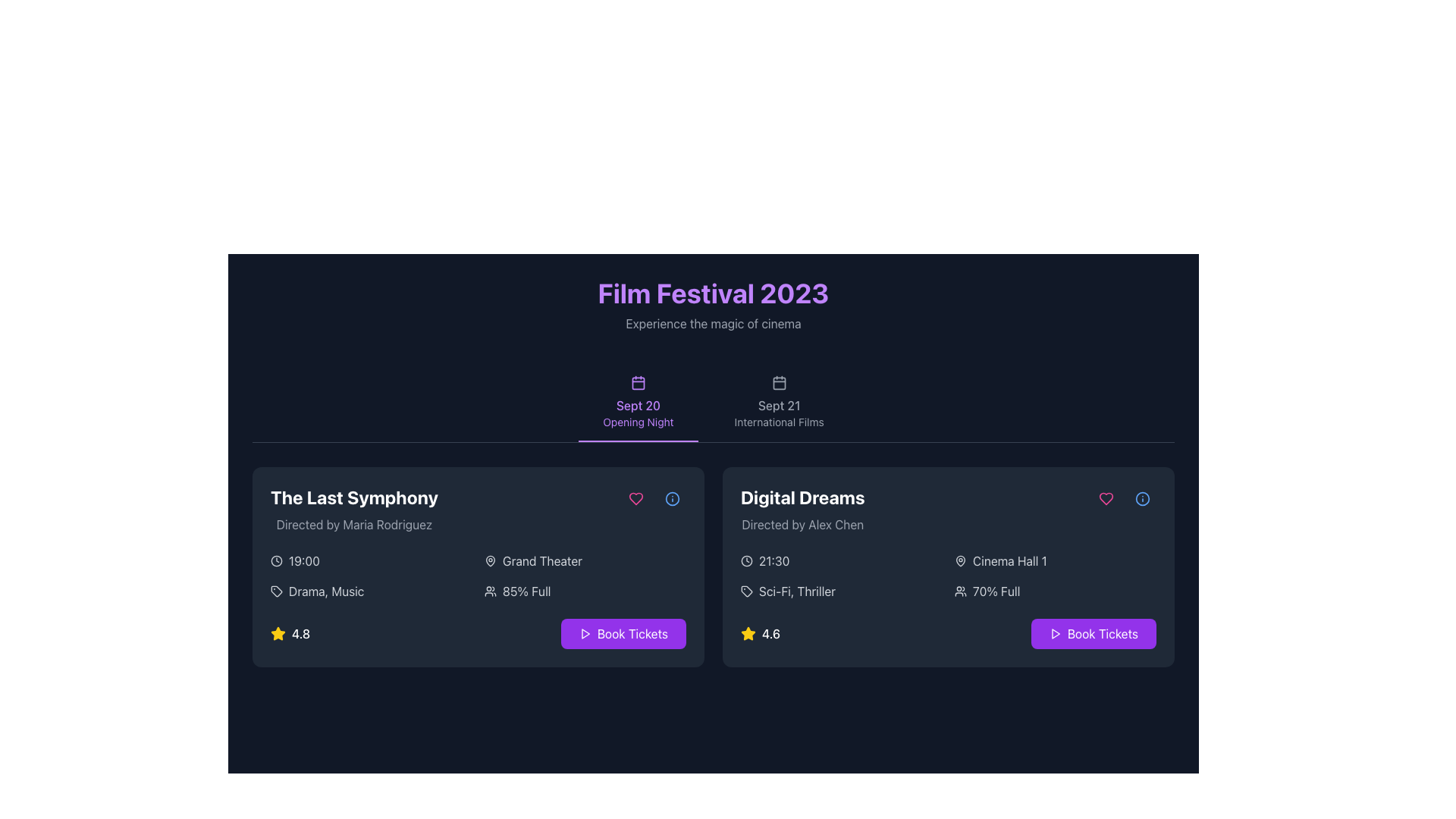  What do you see at coordinates (746, 590) in the screenshot?
I see `the decorative tag icon located in the detailed information panel of the 'Digital Dreams' event card, which is situated near the top-right of the card` at bounding box center [746, 590].